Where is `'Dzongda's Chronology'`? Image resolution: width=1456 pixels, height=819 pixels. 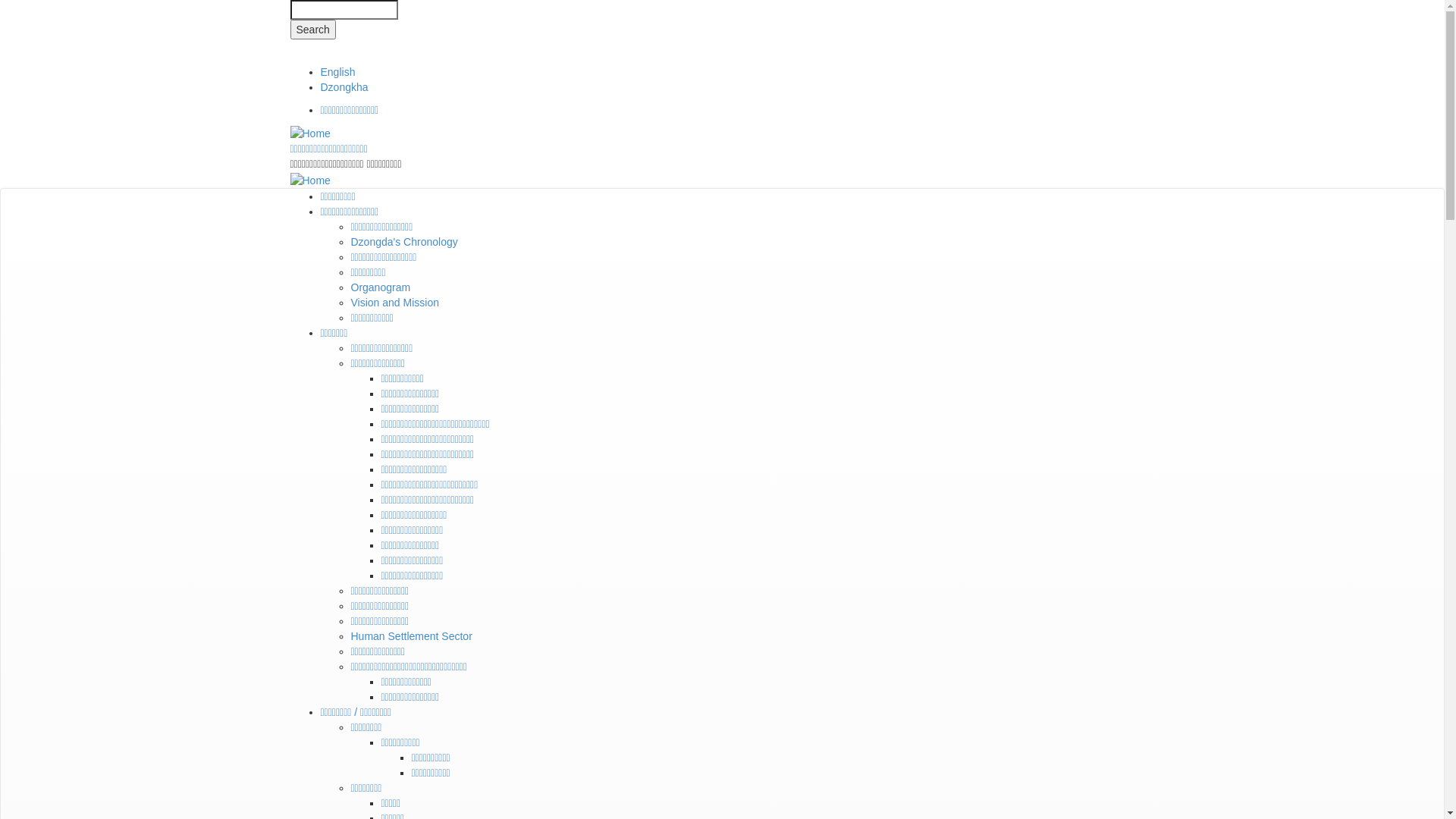
'Dzongda's Chronology' is located at coordinates (403, 241).